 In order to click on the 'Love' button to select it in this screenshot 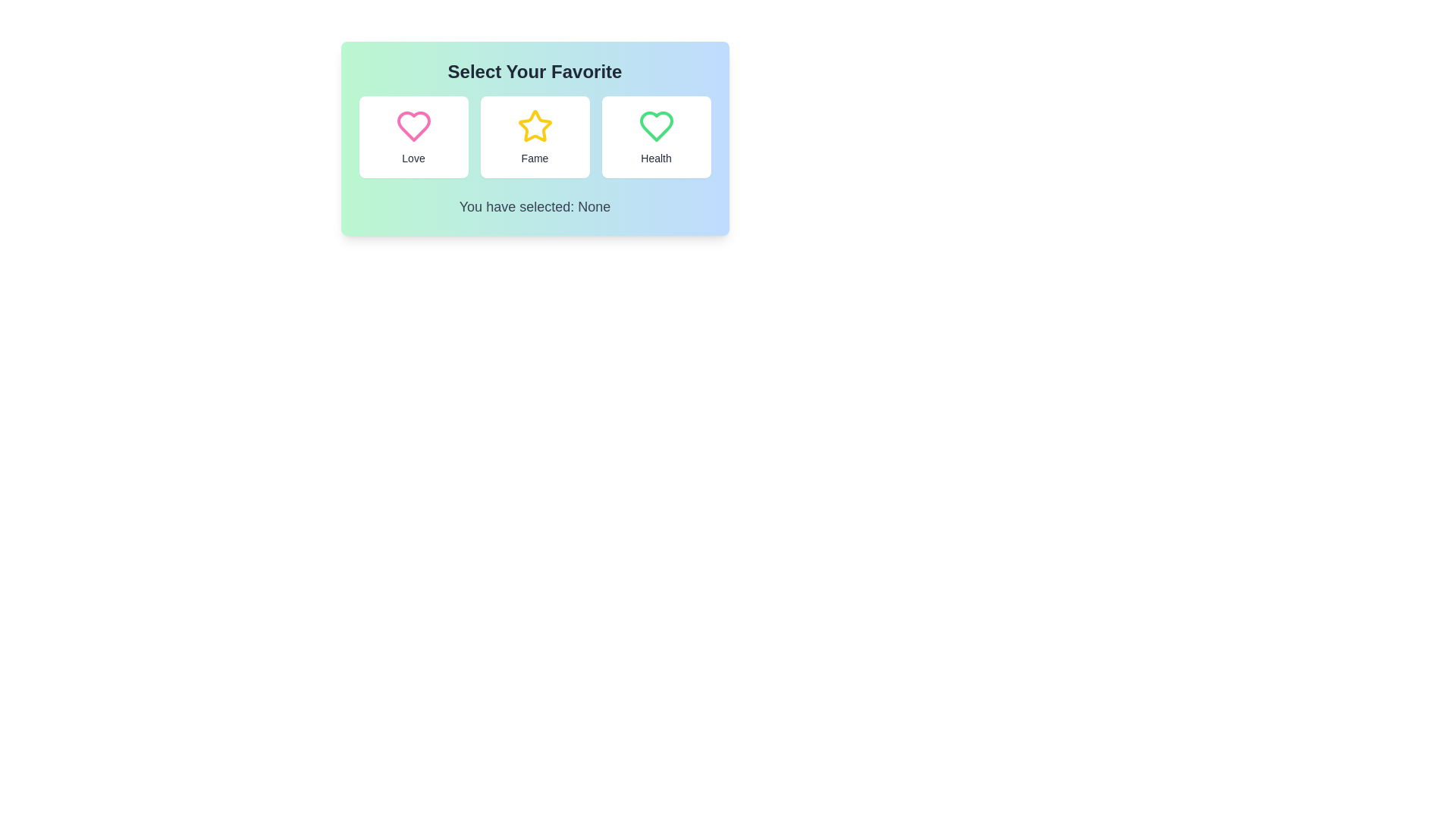, I will do `click(413, 137)`.